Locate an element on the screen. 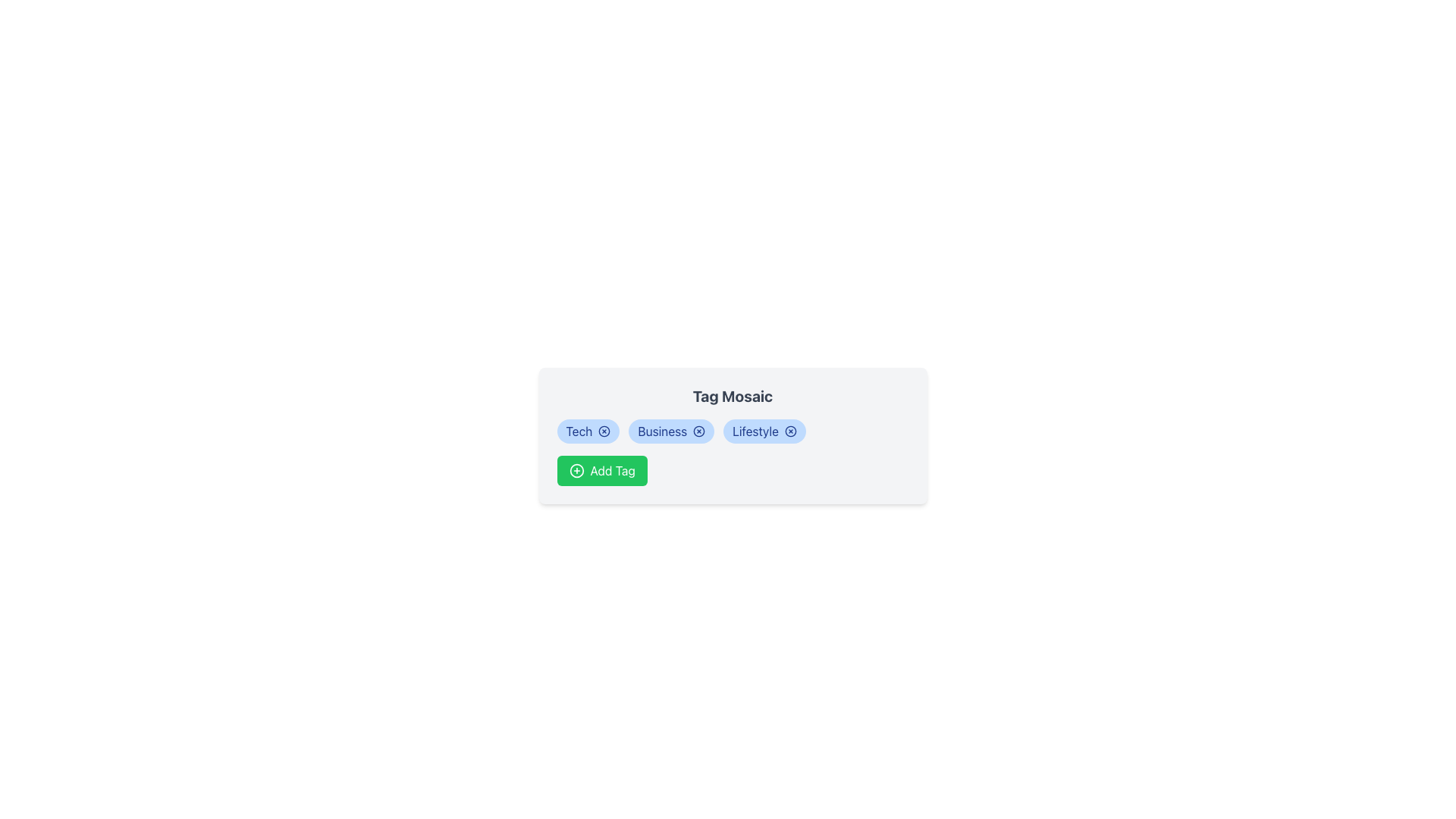 The width and height of the screenshot is (1456, 819). text from the 'Tag Mosaic' heading, which is a bold, large text label in dark gray at the top of a card-like component is located at coordinates (733, 396).